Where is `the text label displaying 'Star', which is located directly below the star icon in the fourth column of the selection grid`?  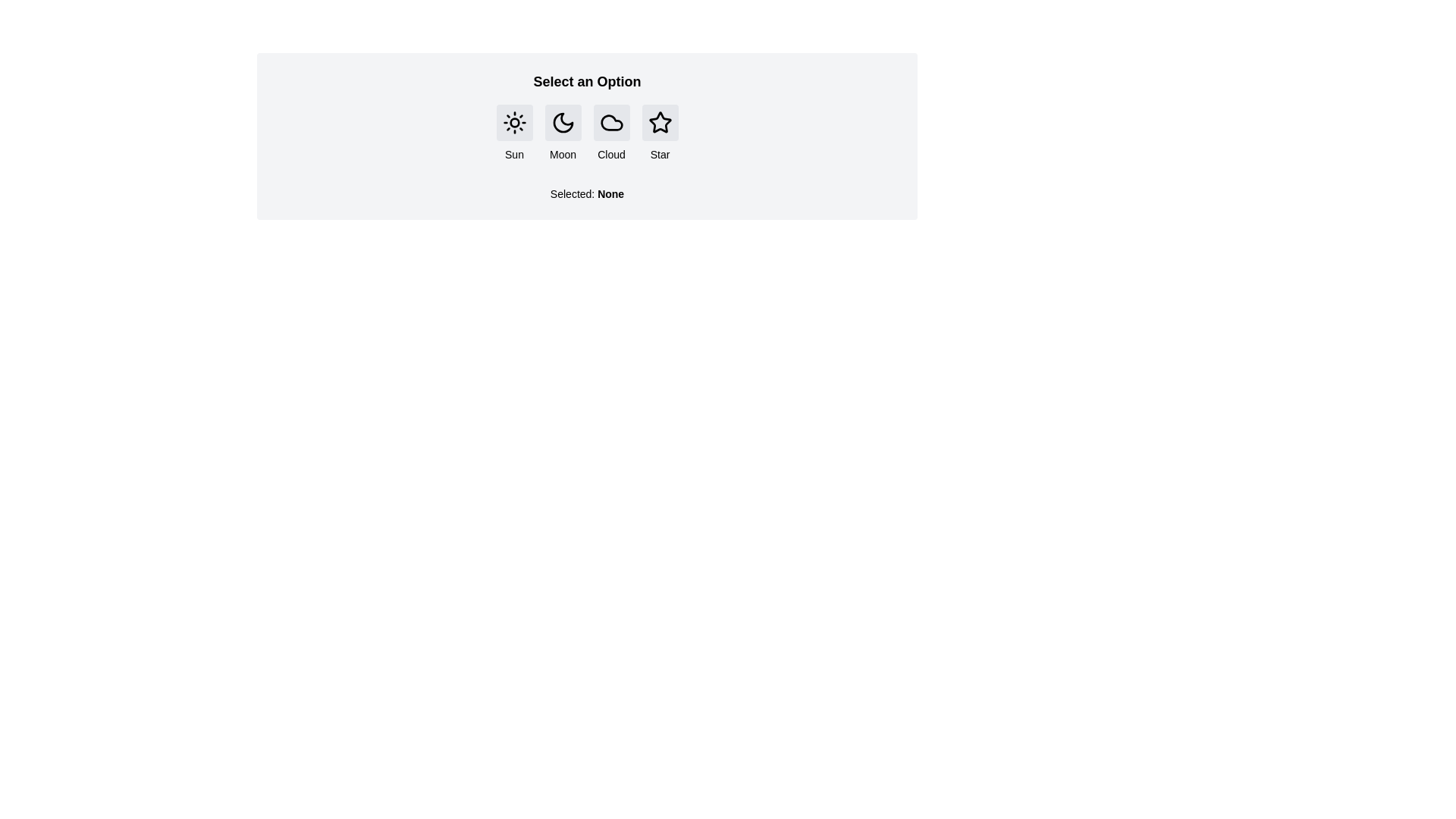 the text label displaying 'Star', which is located directly below the star icon in the fourth column of the selection grid is located at coordinates (660, 155).